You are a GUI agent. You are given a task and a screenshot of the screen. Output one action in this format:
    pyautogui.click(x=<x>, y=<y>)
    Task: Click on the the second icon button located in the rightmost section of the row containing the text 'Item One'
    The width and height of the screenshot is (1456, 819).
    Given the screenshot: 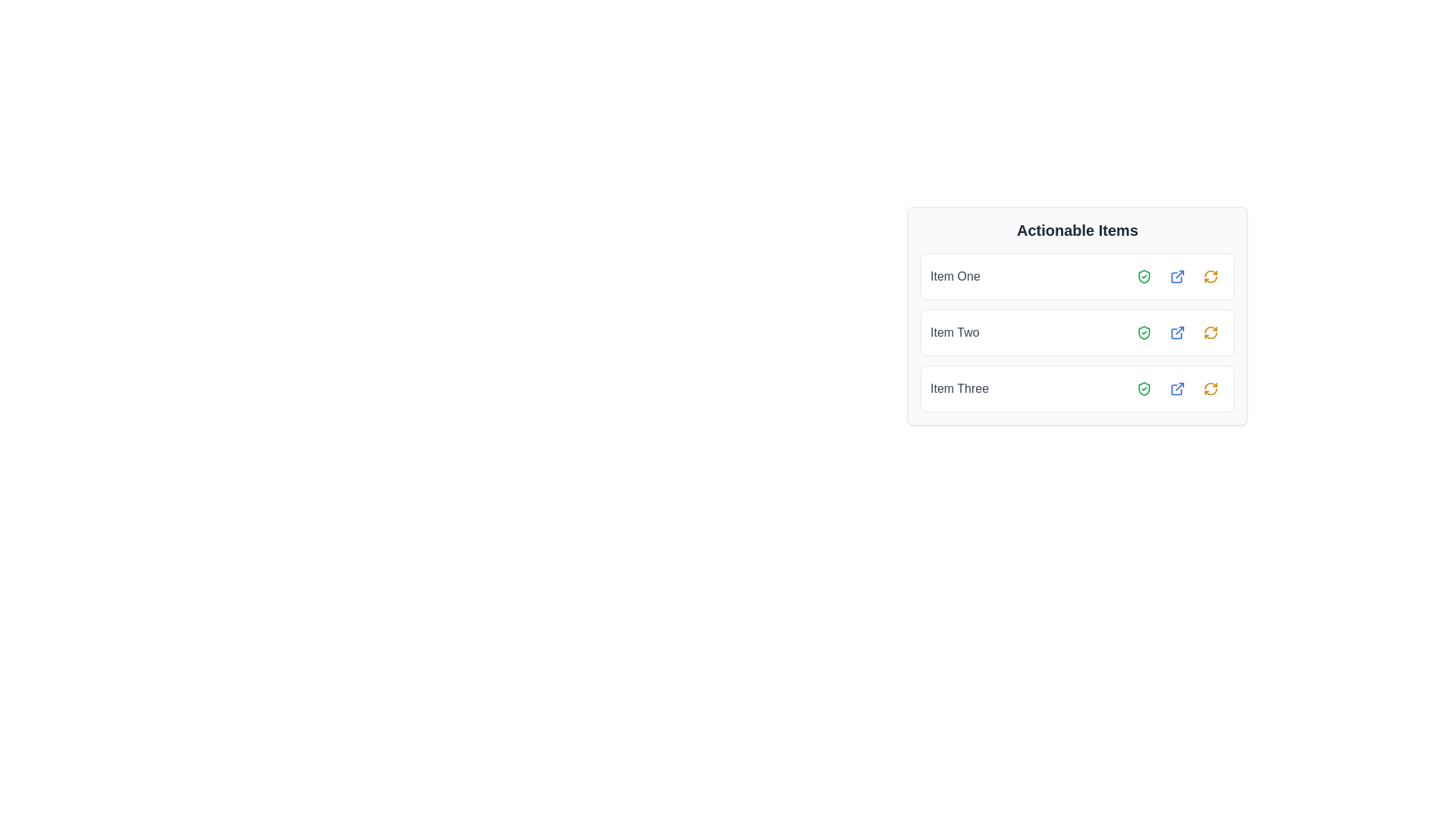 What is the action you would take?
    pyautogui.click(x=1177, y=277)
    